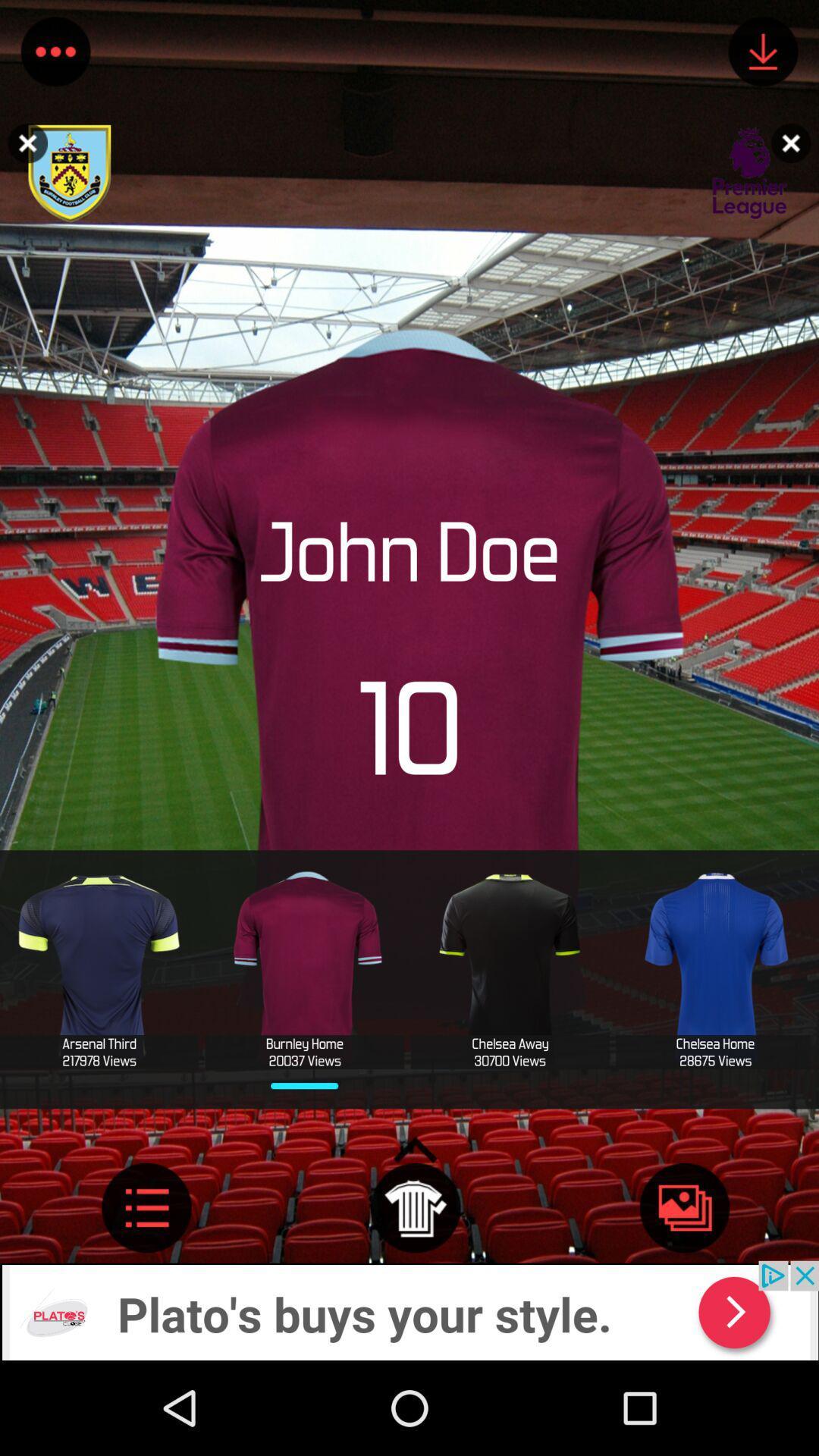 This screenshot has width=819, height=1456. I want to click on the close icon, so click(24, 143).